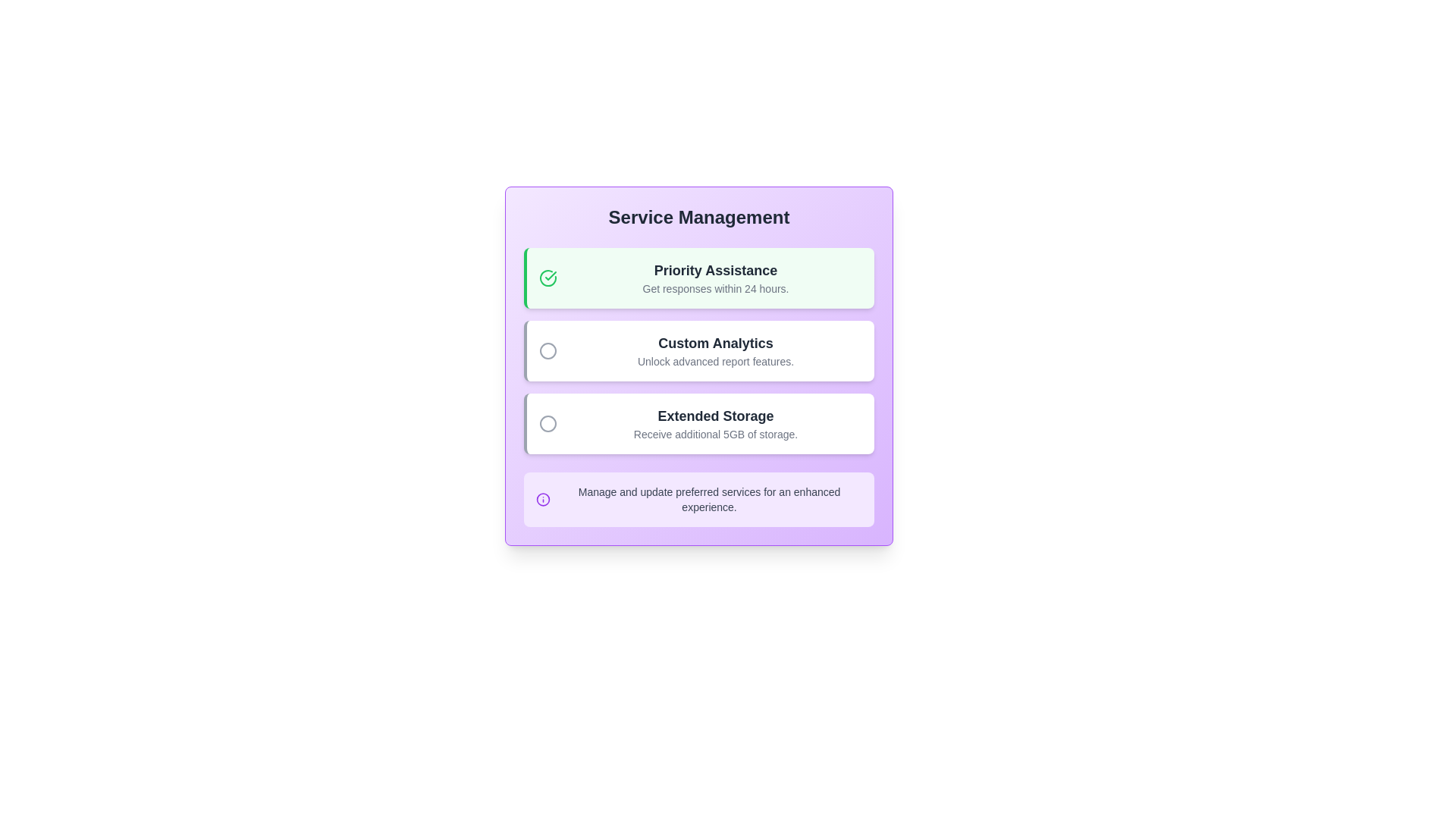  I want to click on the SVG Circle element indicating 'Extended Storage', which is the third icon in a vertical list of options, so click(548, 424).